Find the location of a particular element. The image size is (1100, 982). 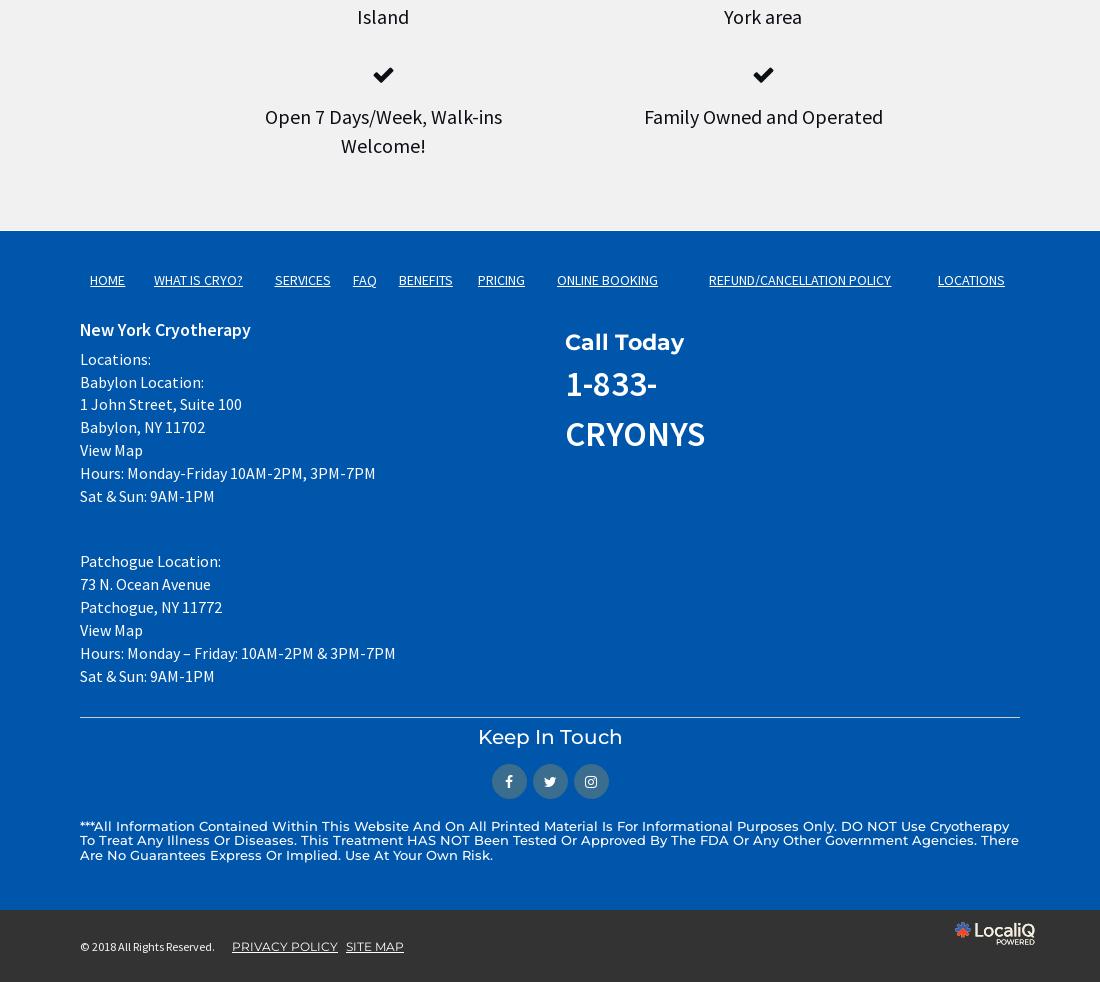

'73 N. Ocean Avenue' is located at coordinates (79, 582).